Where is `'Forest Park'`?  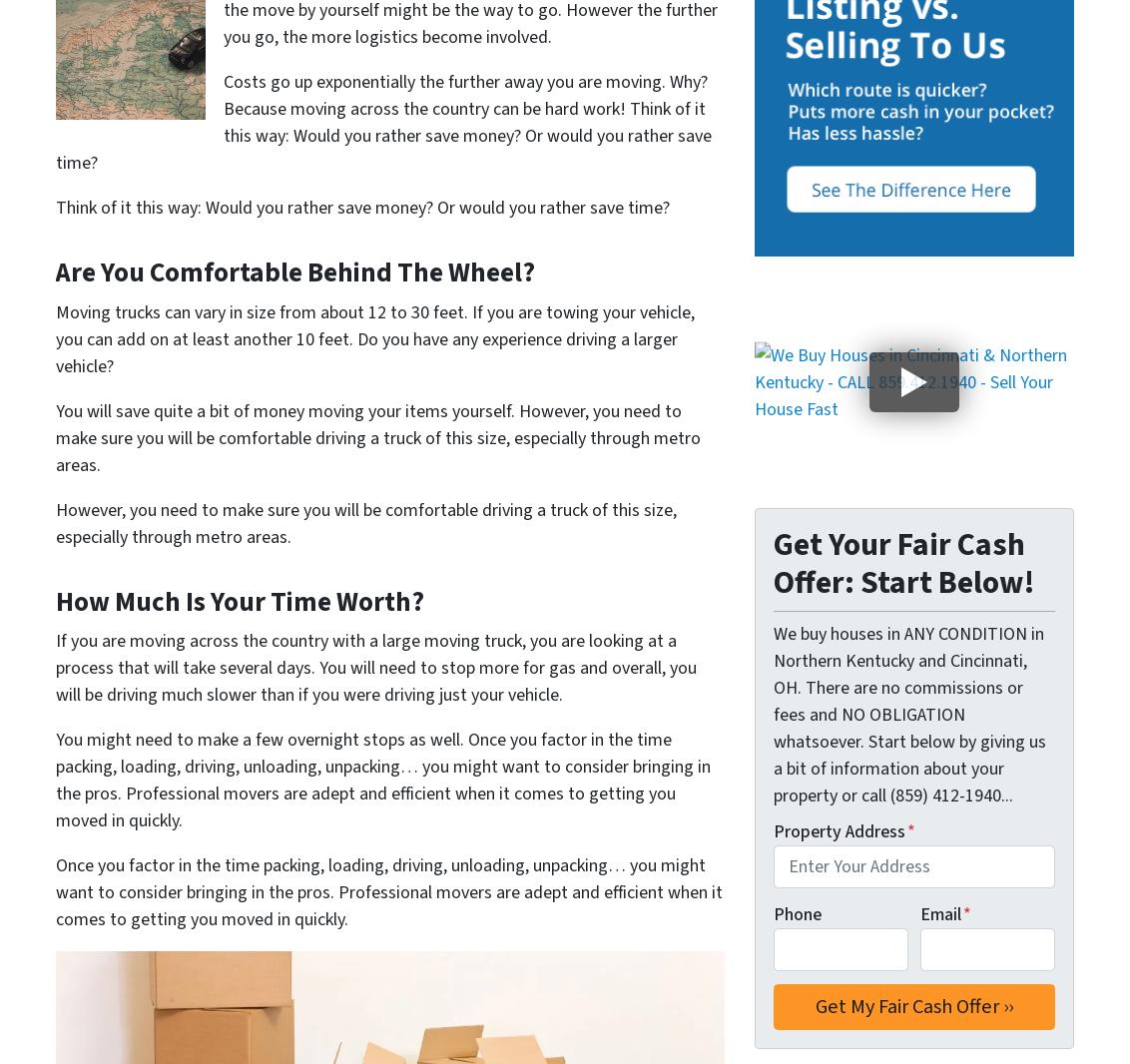
'Forest Park' is located at coordinates (796, 231).